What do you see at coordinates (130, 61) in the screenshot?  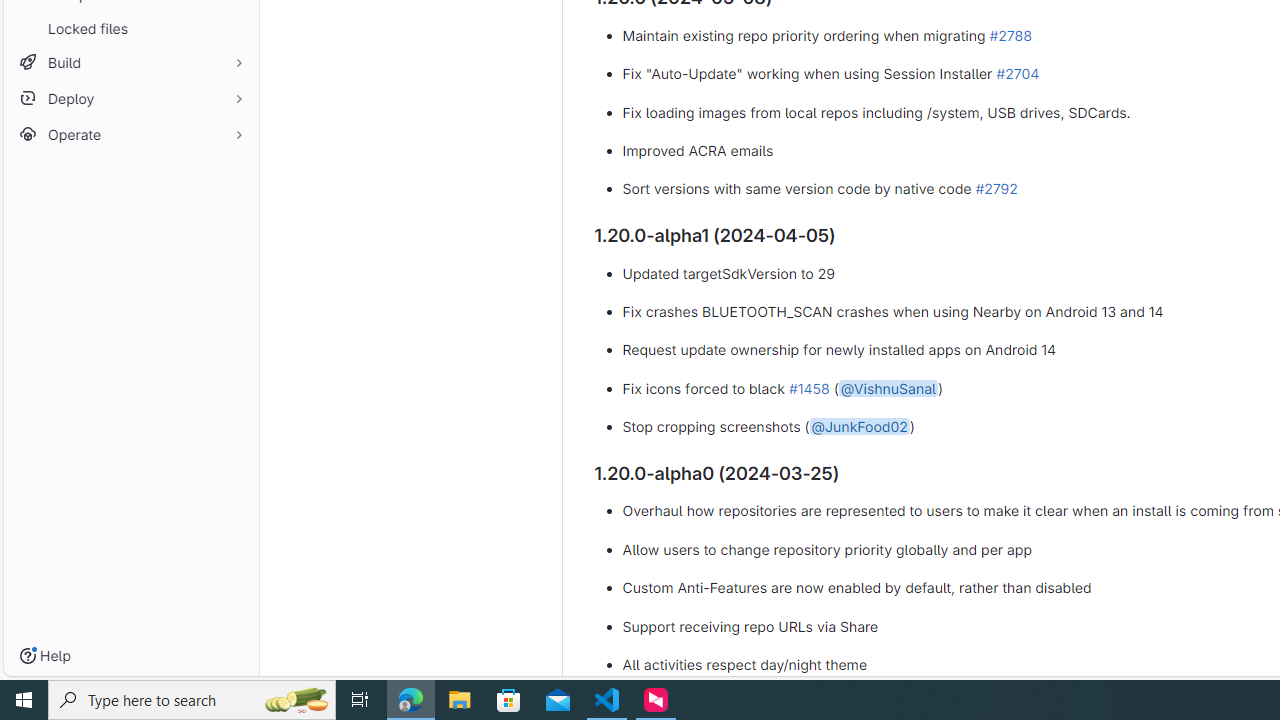 I see `'Build'` at bounding box center [130, 61].